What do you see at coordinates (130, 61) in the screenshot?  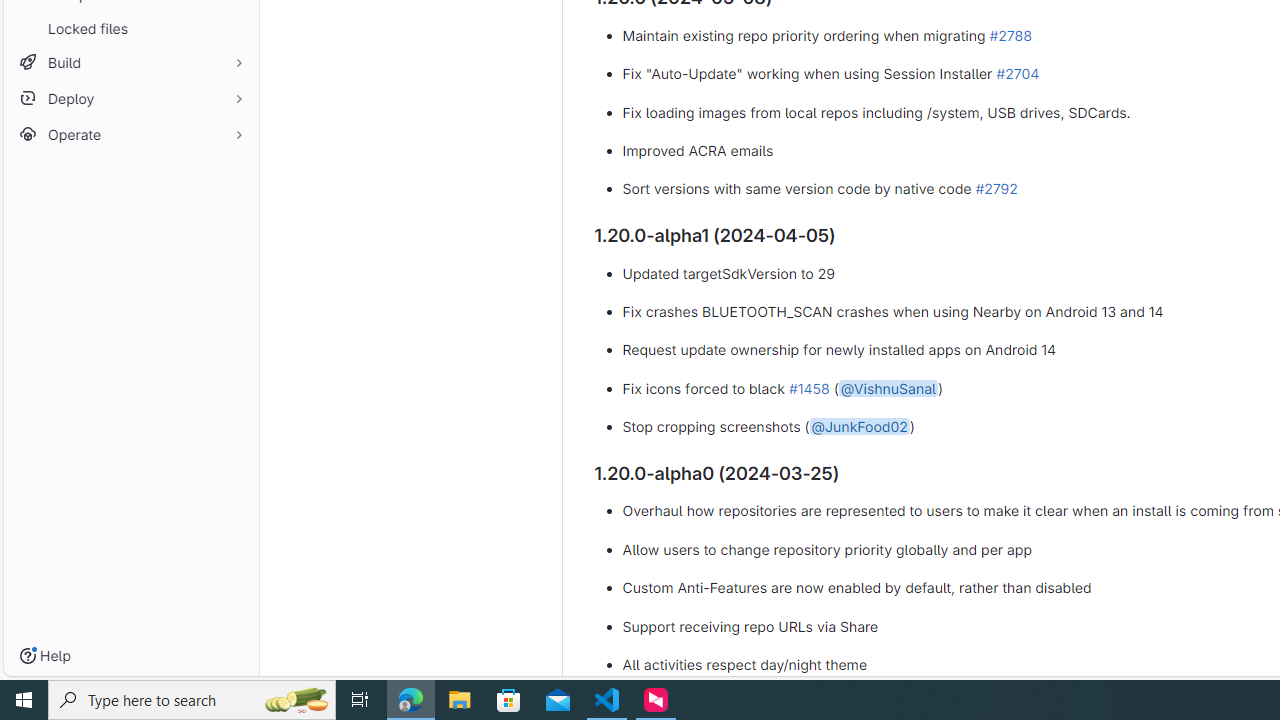 I see `'Build'` at bounding box center [130, 61].